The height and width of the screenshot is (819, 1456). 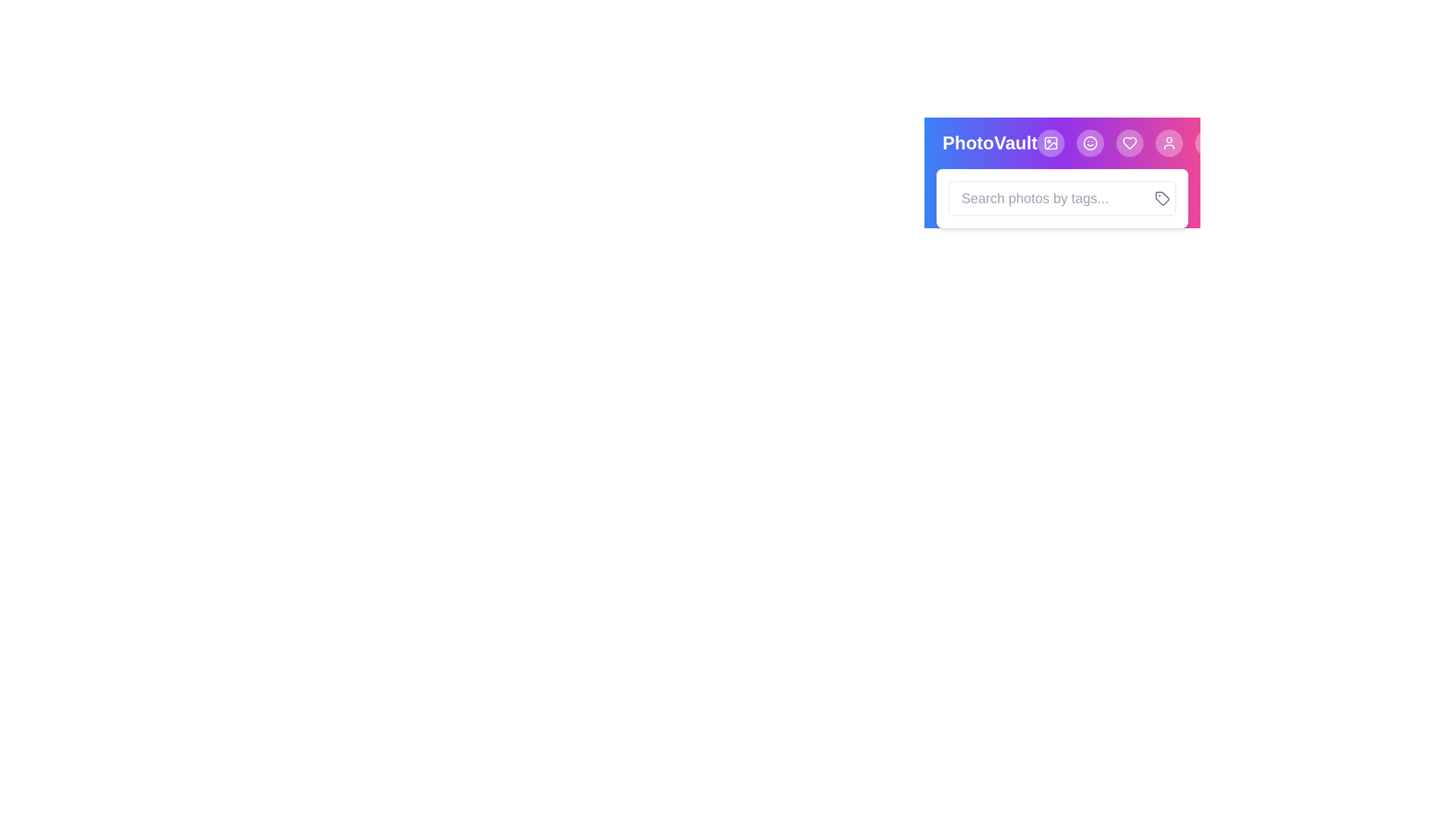 I want to click on the Heart button to navigate to the corresponding feature, so click(x=1130, y=143).